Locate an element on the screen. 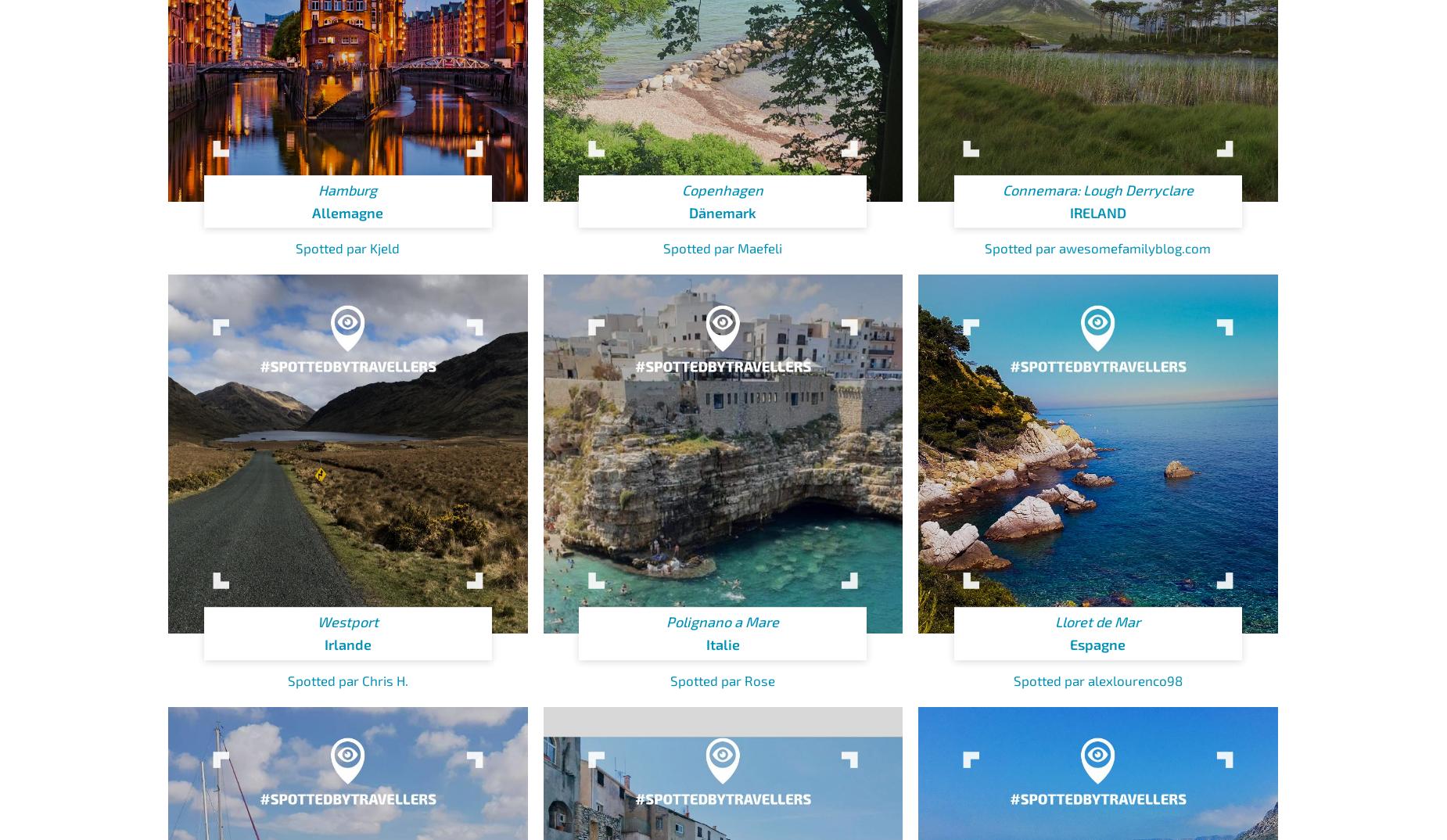  'Italie' is located at coordinates (722, 644).